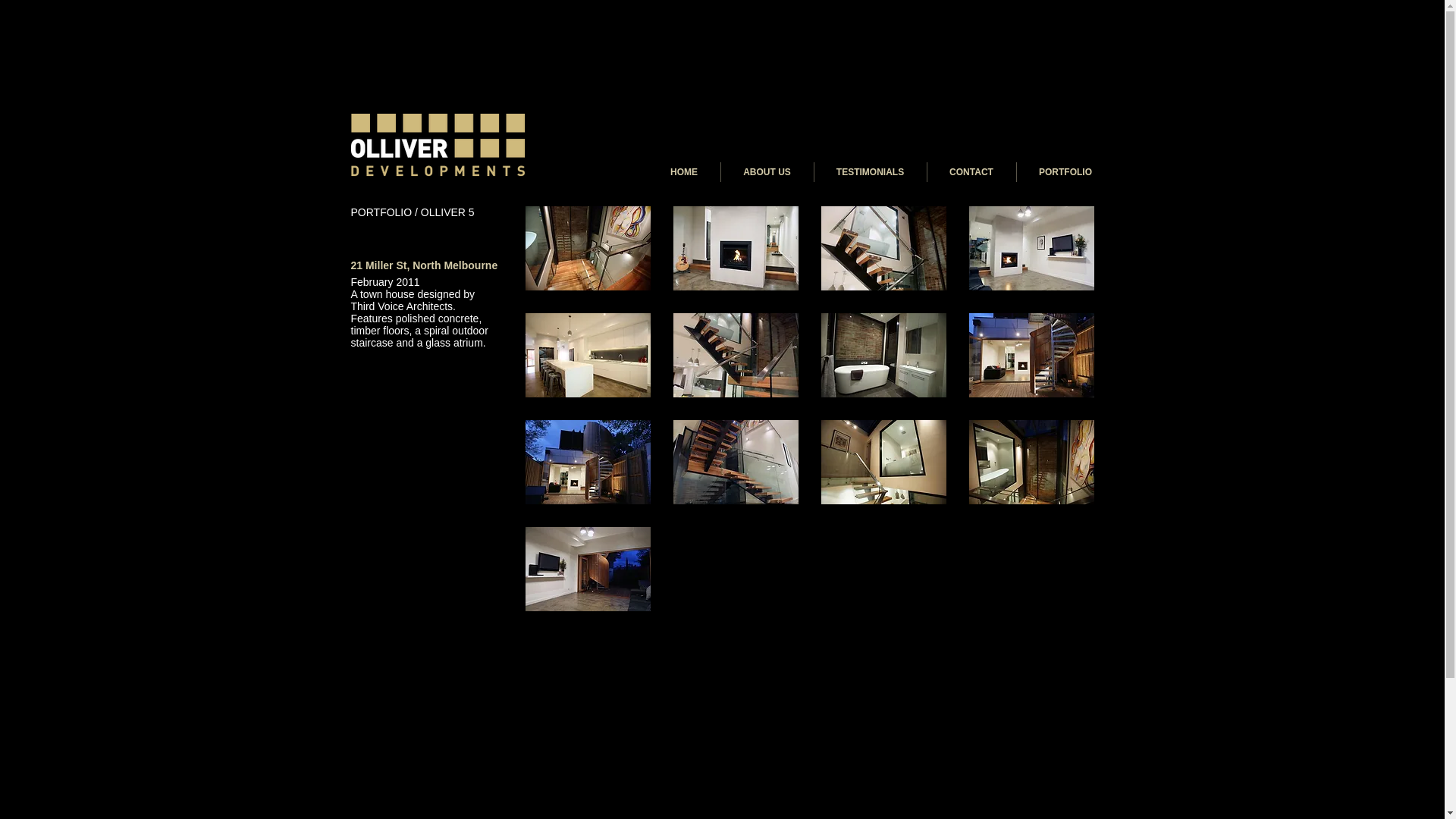  What do you see at coordinates (682, 171) in the screenshot?
I see `'HOME'` at bounding box center [682, 171].